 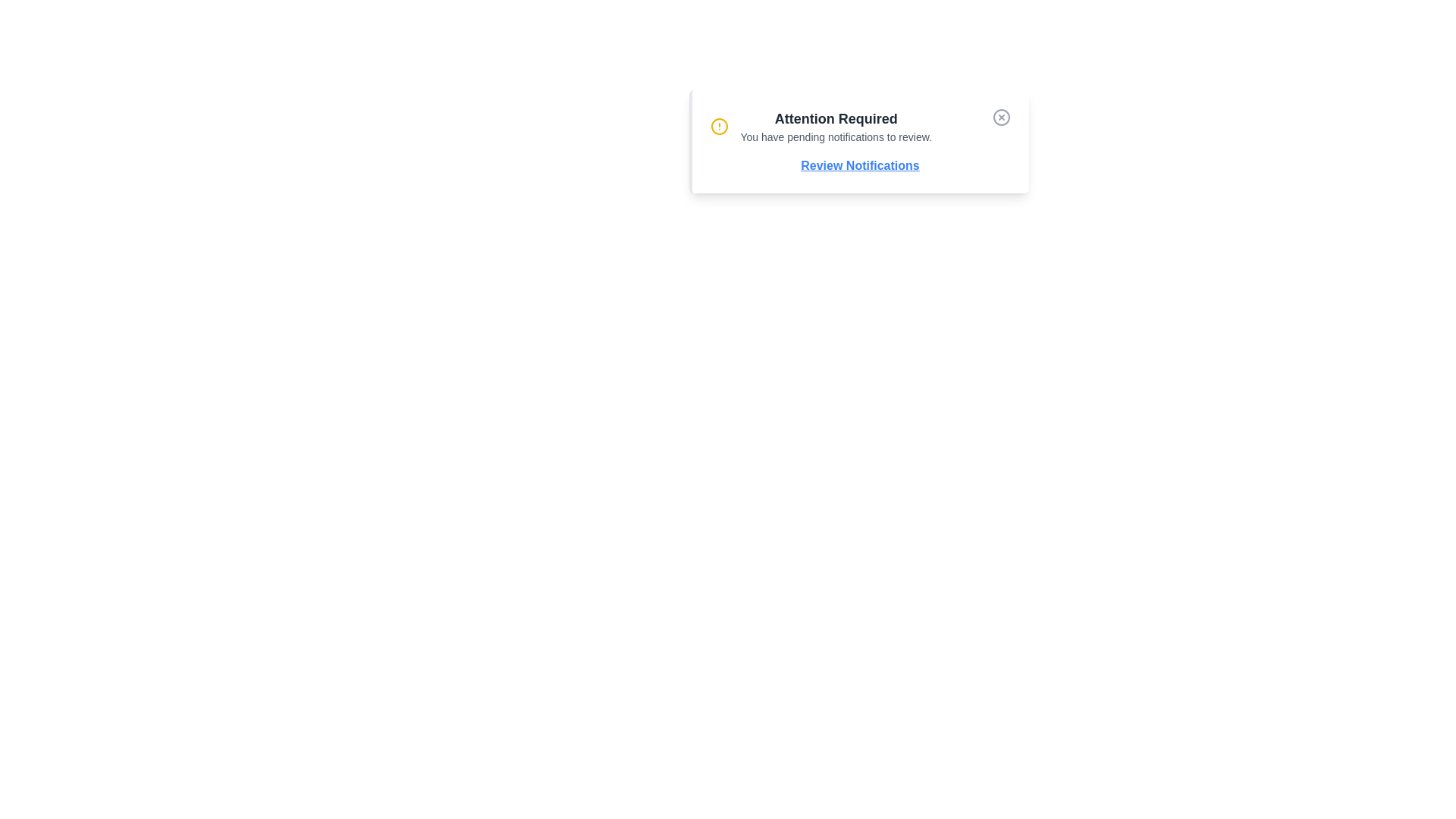 What do you see at coordinates (860, 166) in the screenshot?
I see `the 'Review Notifications' hyperlink, which is styled in blue with an underline and located at the bottom of a notification card with the heading 'Attention Required'` at bounding box center [860, 166].